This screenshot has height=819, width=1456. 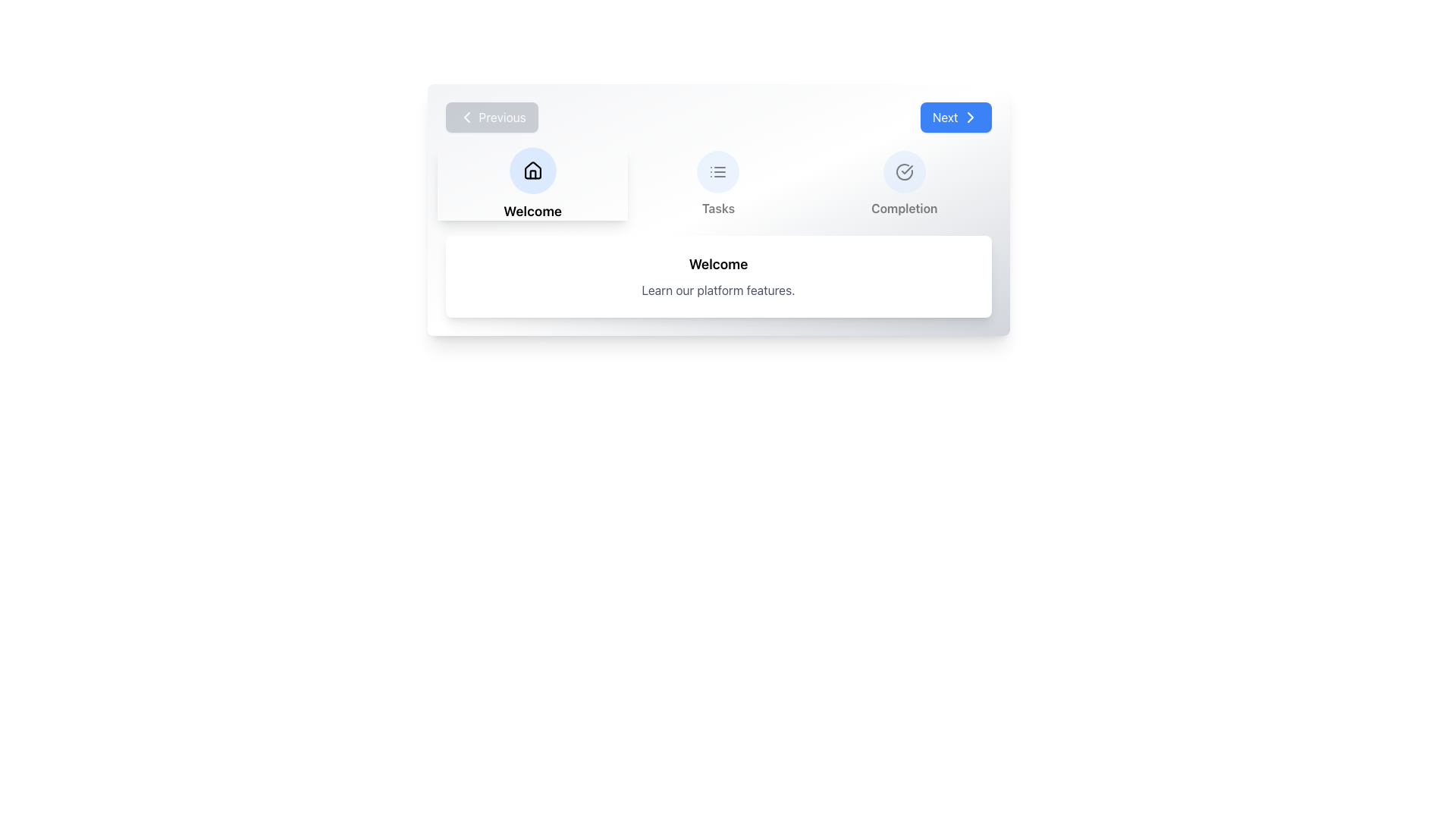 I want to click on the informational banner located below the 'Welcome', 'Tasks', and 'Completion' buttons, which provides a welcoming message and introductory text, so click(x=717, y=277).